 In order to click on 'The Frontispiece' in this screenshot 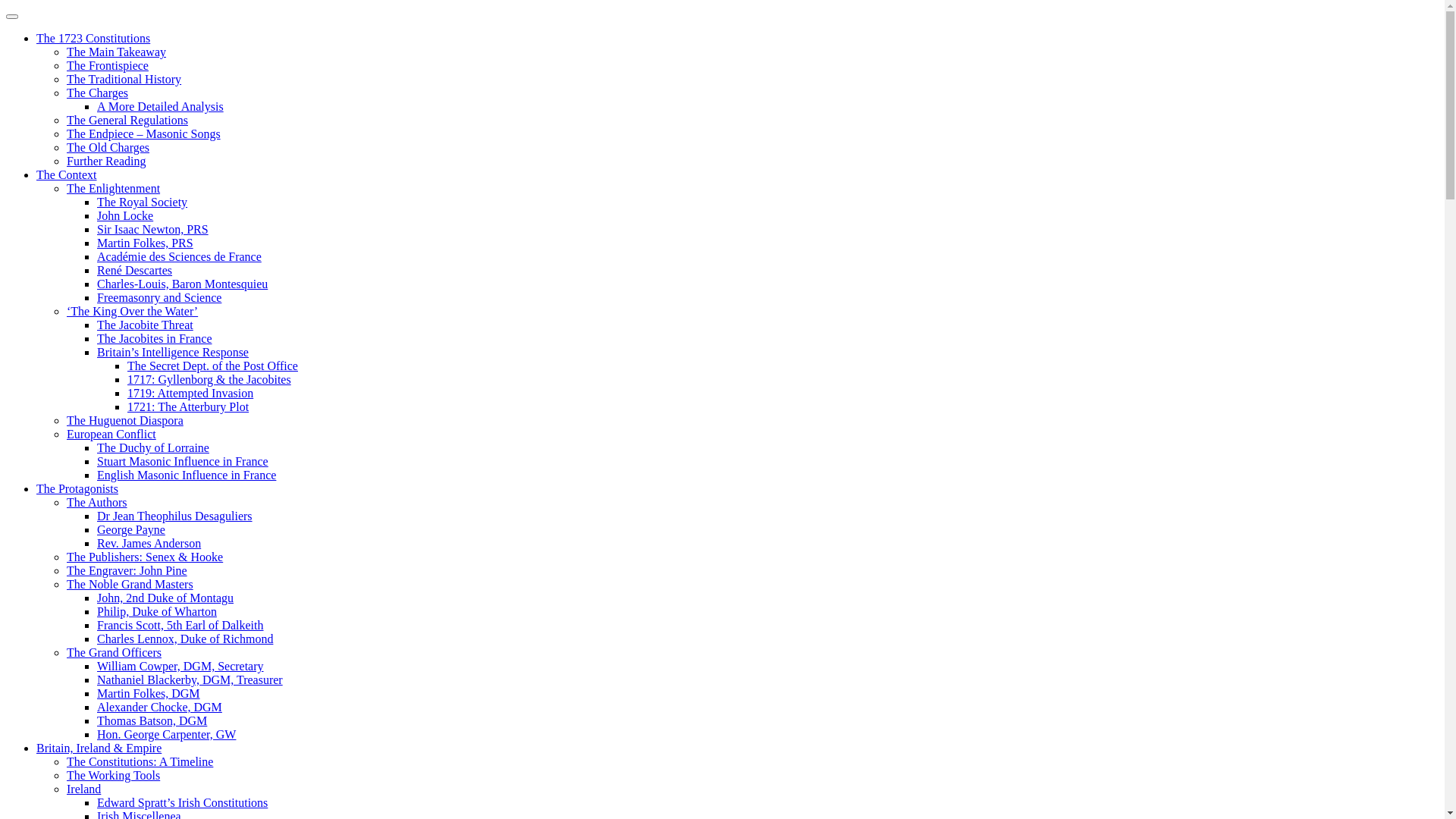, I will do `click(107, 64)`.